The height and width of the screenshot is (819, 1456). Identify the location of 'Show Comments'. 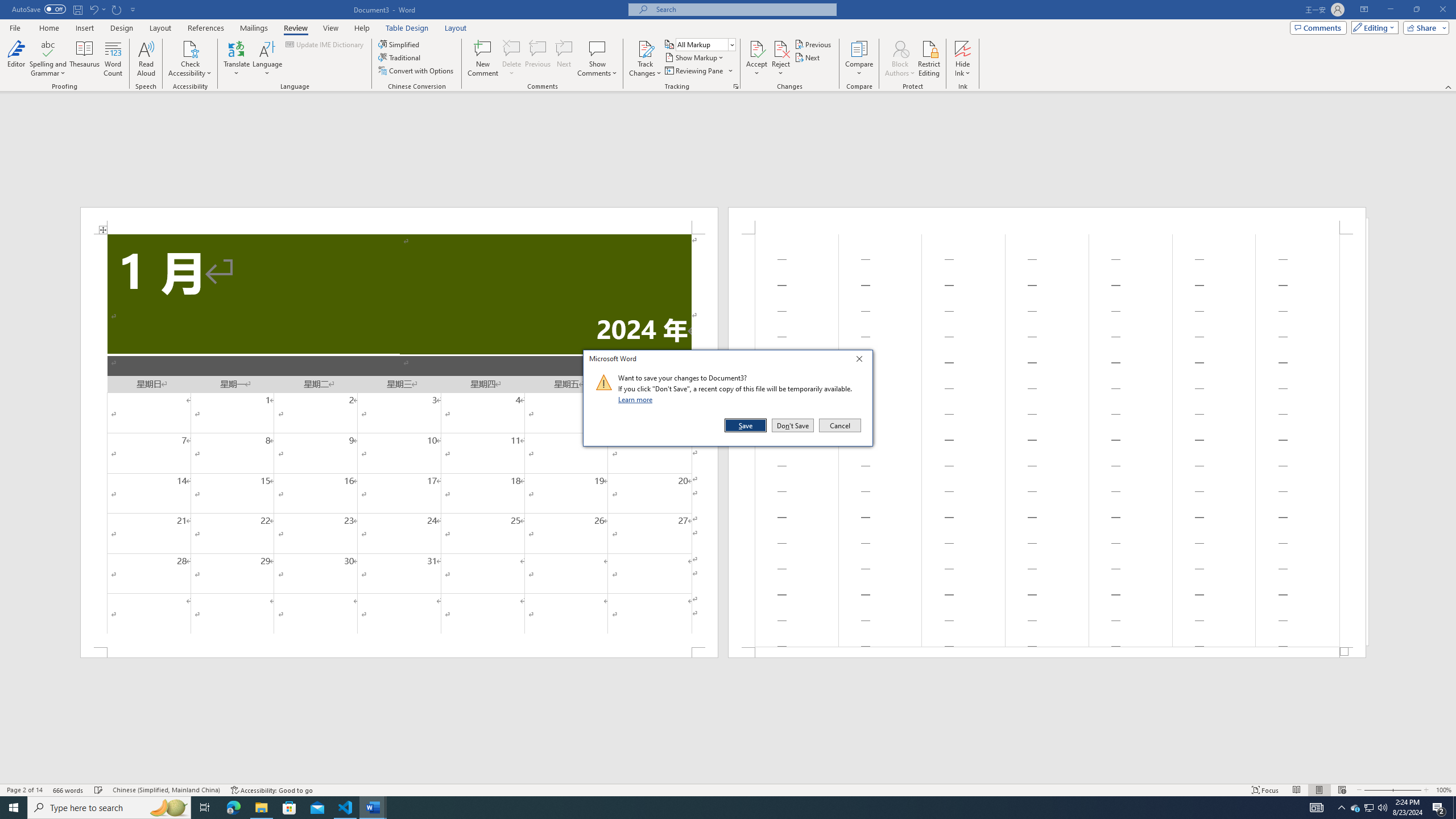
(597, 59).